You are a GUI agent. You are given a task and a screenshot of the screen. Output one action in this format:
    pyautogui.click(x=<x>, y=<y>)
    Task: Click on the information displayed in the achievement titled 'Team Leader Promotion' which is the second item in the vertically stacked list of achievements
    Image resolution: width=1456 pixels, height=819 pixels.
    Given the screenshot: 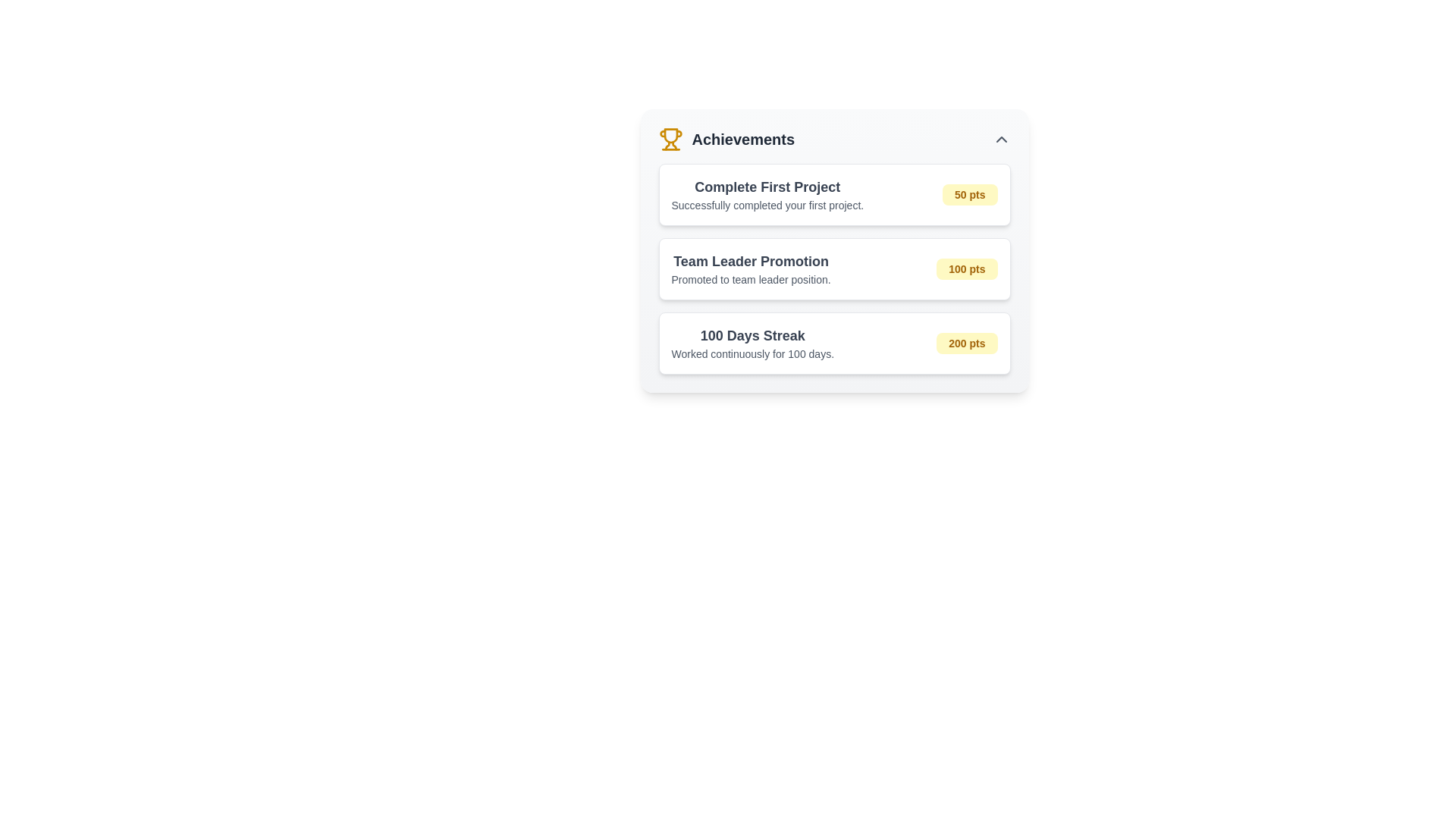 What is the action you would take?
    pyautogui.click(x=833, y=268)
    